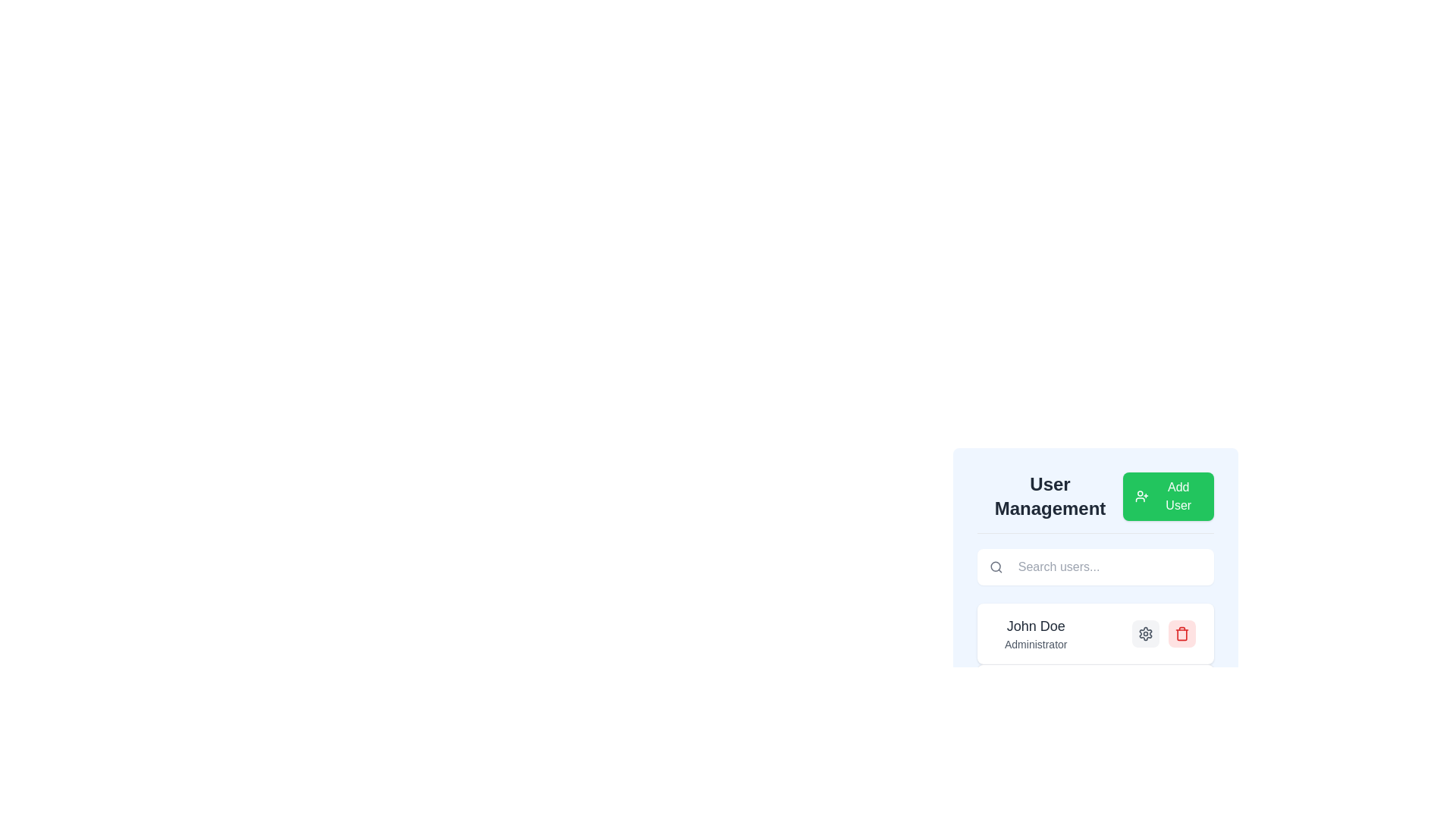  What do you see at coordinates (1035, 626) in the screenshot?
I see `the user name text label located above the 'Administrator' label within the user listing section` at bounding box center [1035, 626].